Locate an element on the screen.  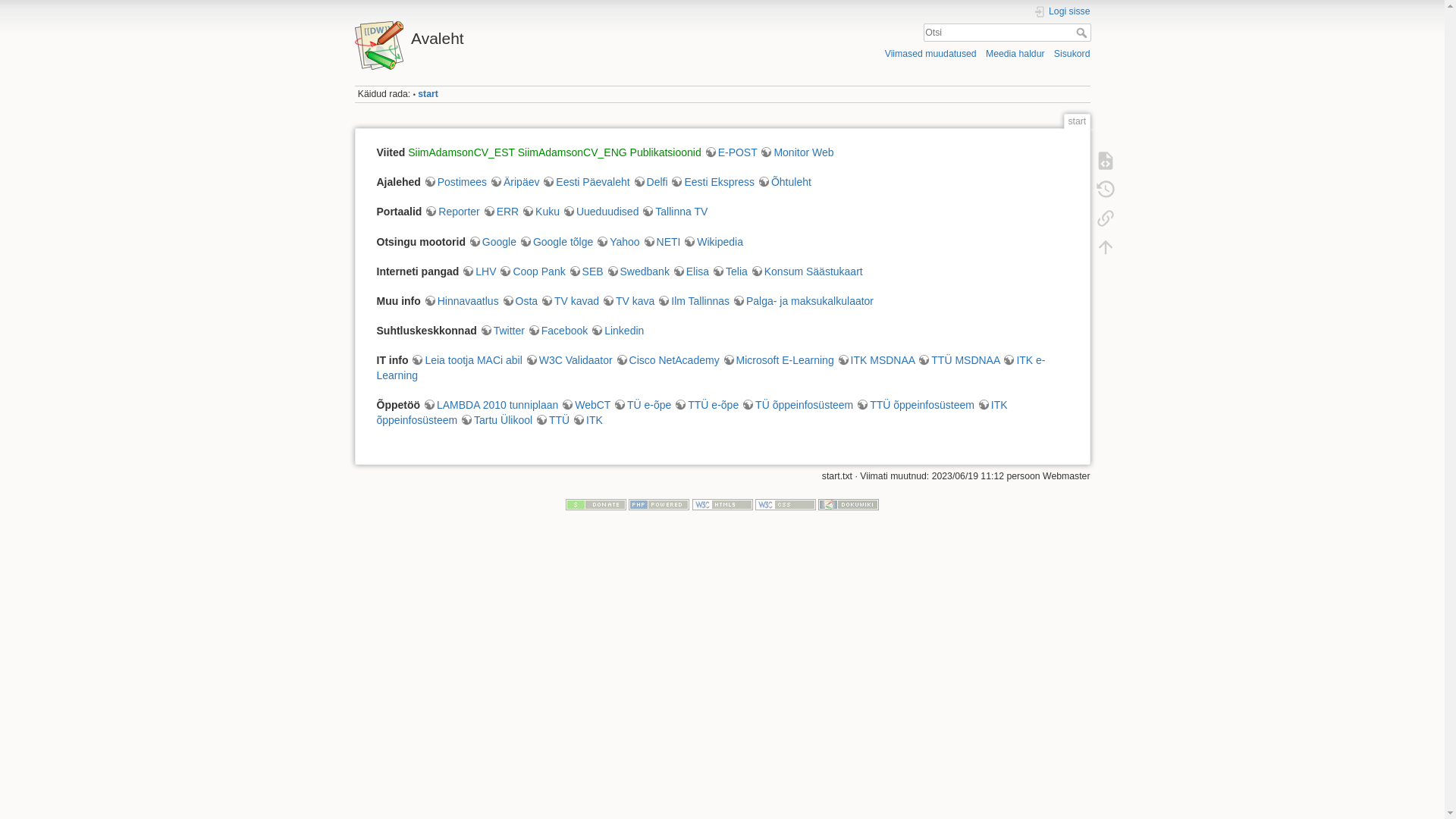
'[F]' is located at coordinates (1007, 33).